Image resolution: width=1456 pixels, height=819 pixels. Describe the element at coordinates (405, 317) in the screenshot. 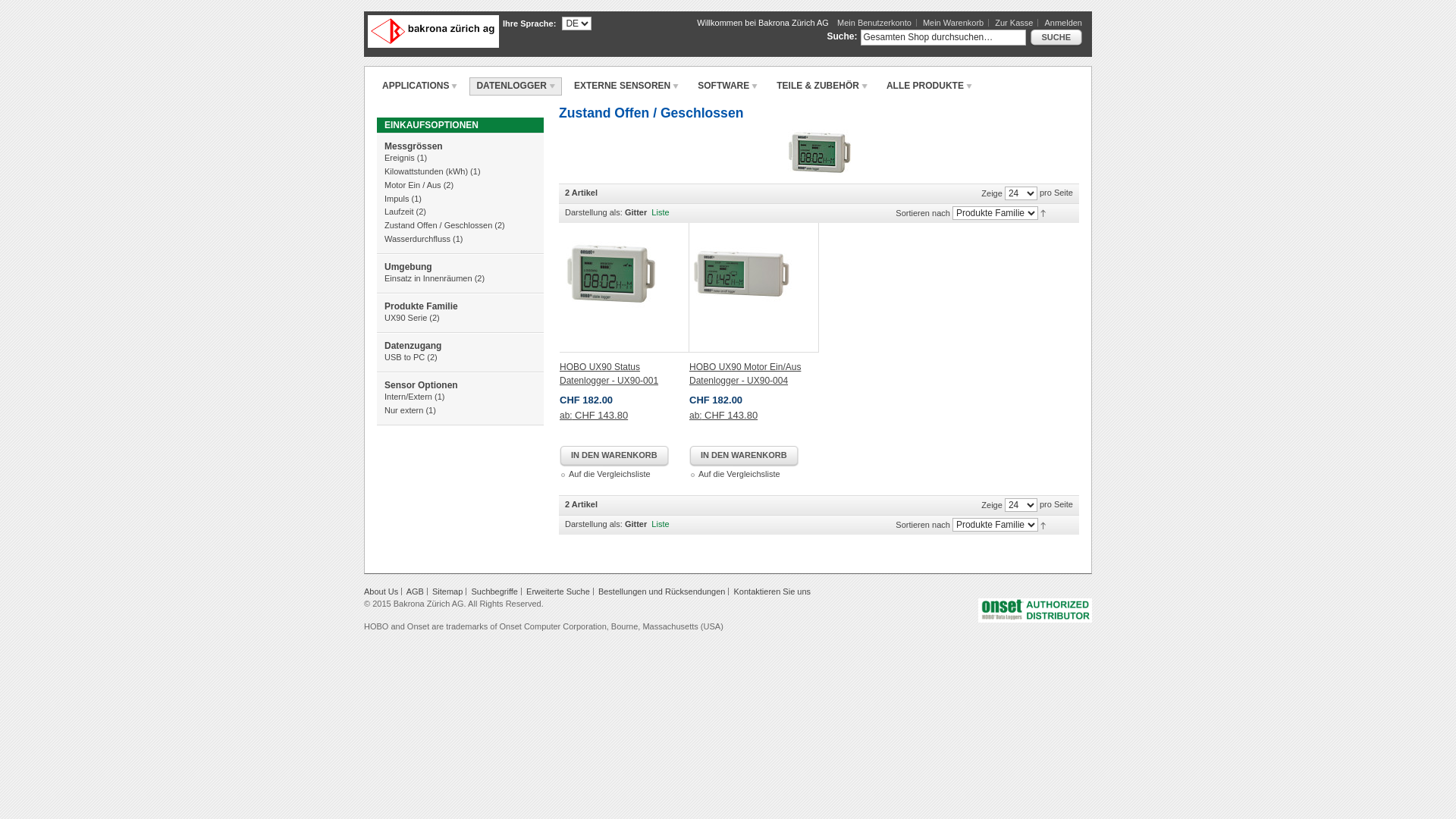

I see `'UX90 Serie'` at that location.